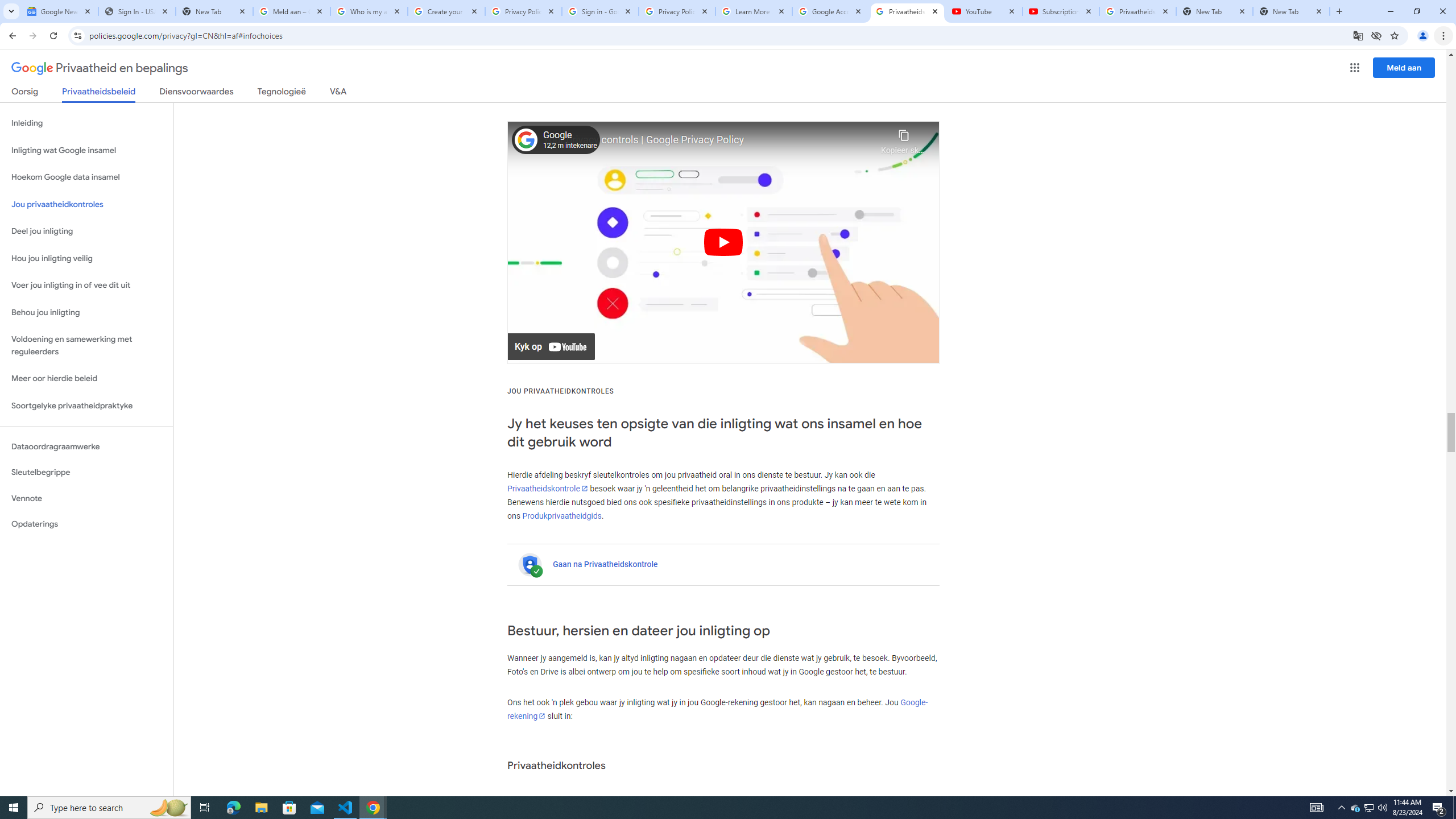 The height and width of the screenshot is (819, 1456). What do you see at coordinates (723, 242) in the screenshot?
I see `'Speel'` at bounding box center [723, 242].